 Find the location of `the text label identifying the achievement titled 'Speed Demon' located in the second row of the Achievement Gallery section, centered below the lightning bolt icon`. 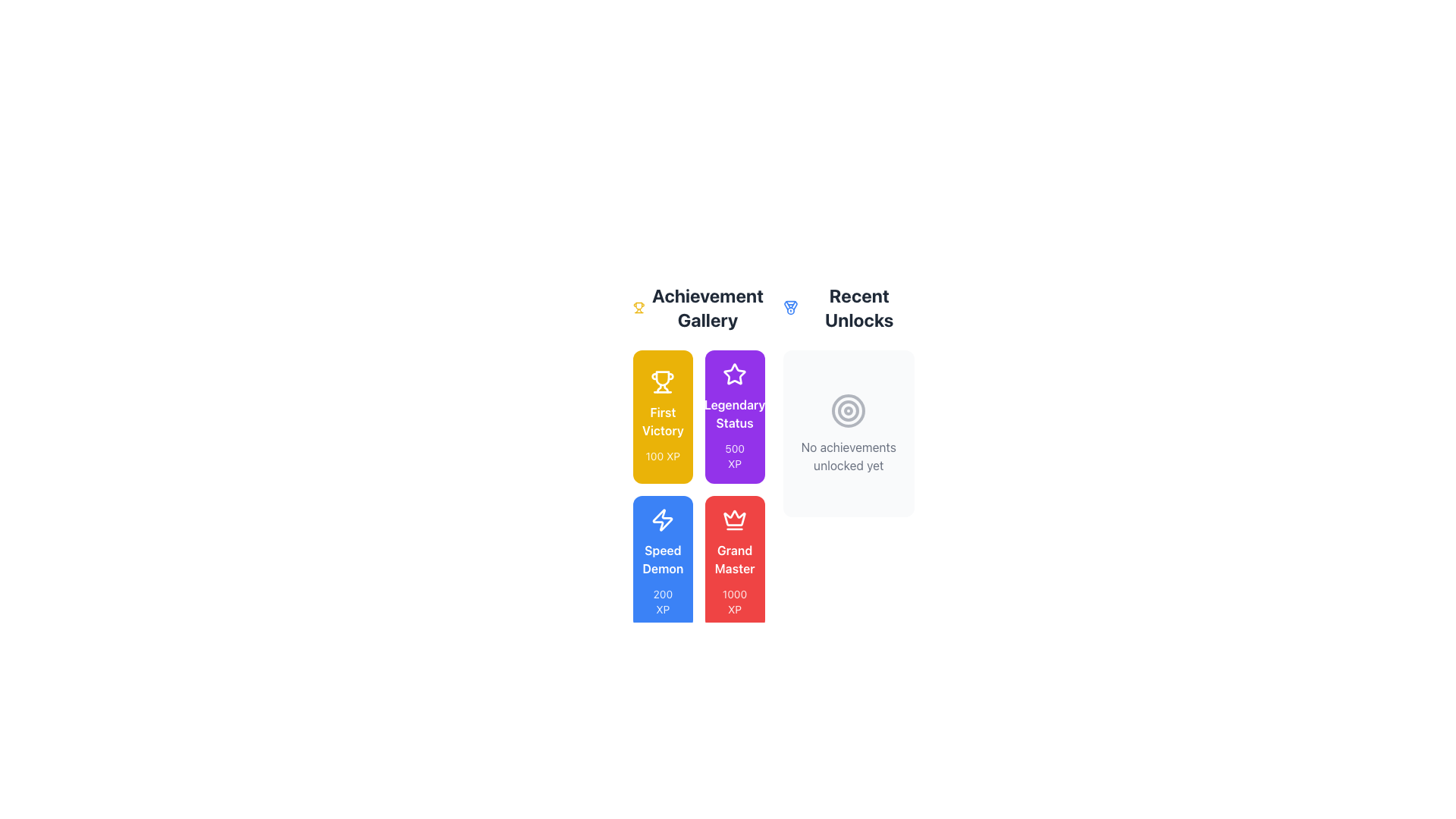

the text label identifying the achievement titled 'Speed Demon' located in the second row of the Achievement Gallery section, centered below the lightning bolt icon is located at coordinates (663, 559).